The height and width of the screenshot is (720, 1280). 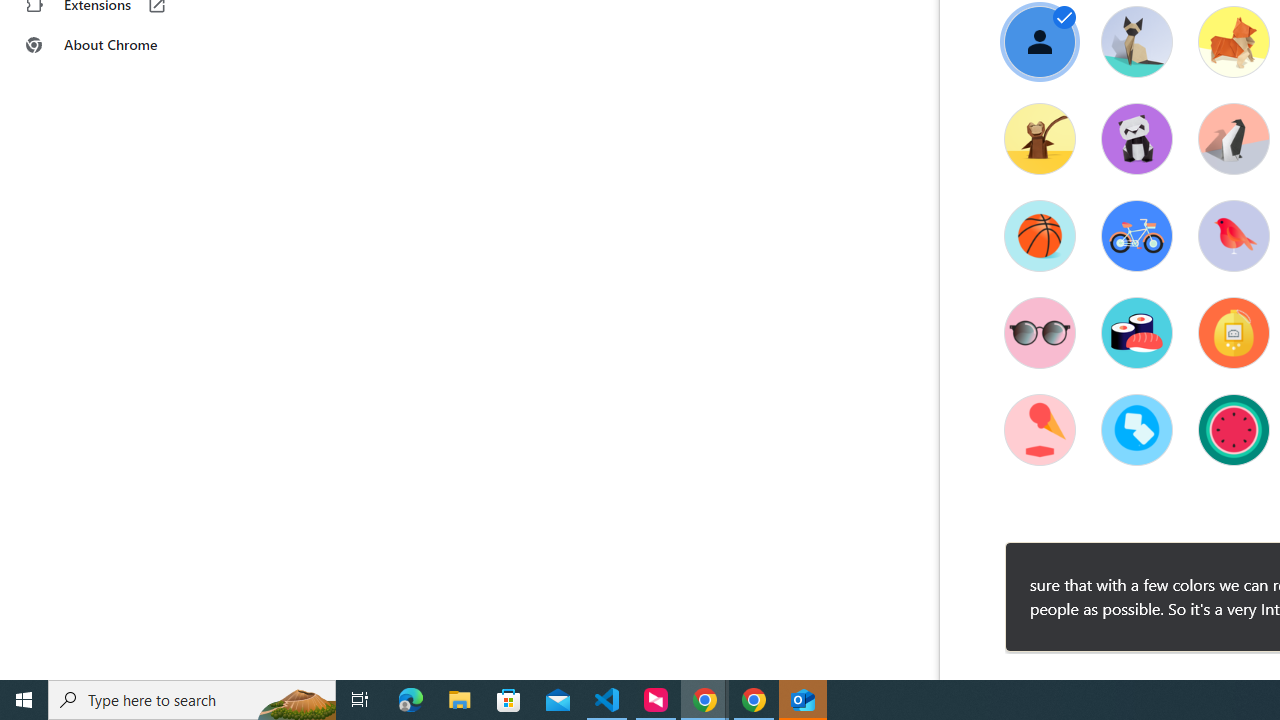 What do you see at coordinates (123, 45) in the screenshot?
I see `'About Chrome'` at bounding box center [123, 45].